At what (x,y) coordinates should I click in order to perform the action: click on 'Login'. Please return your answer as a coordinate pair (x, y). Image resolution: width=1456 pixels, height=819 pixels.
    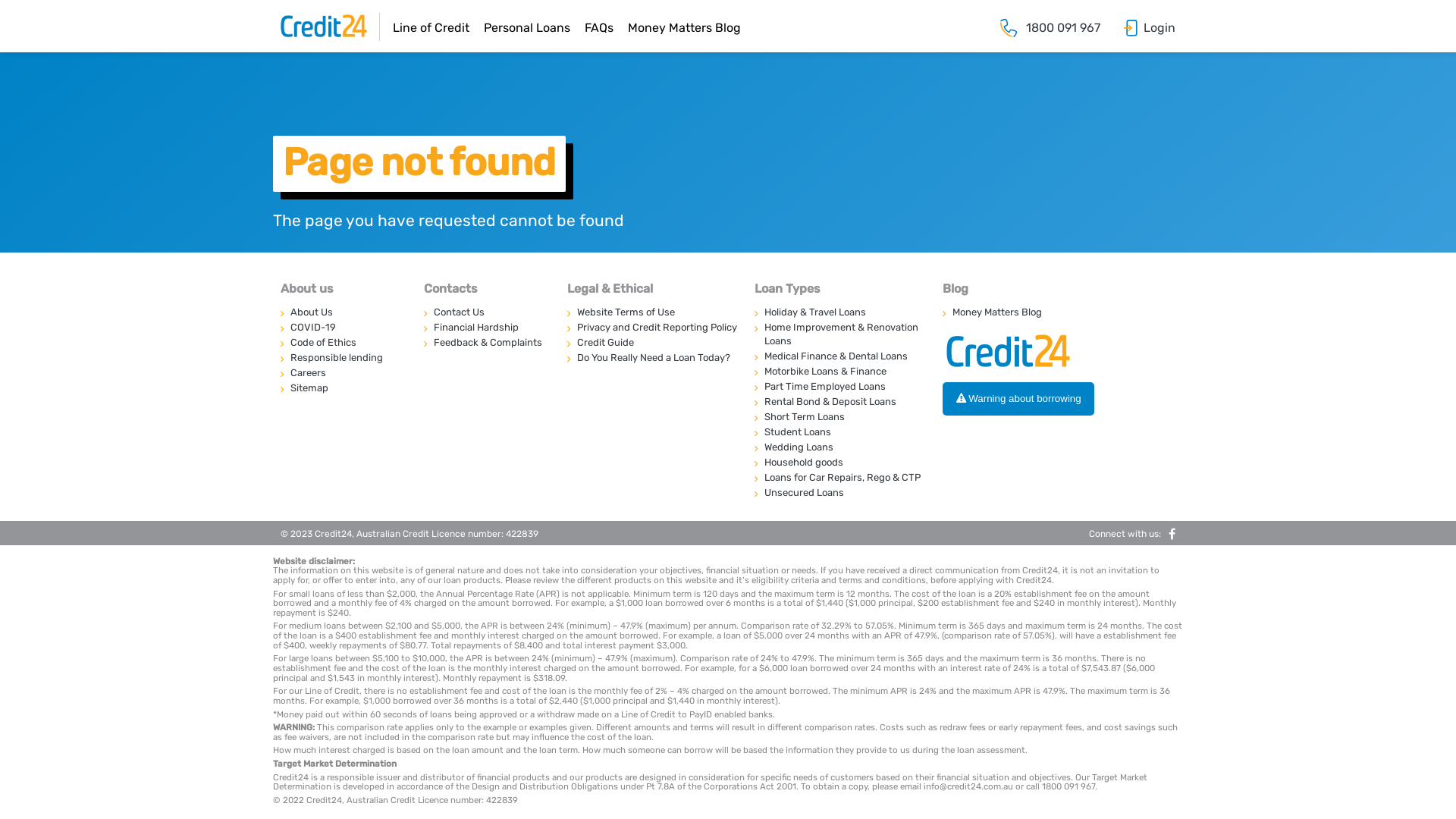
    Looking at the image, I should click on (1159, 27).